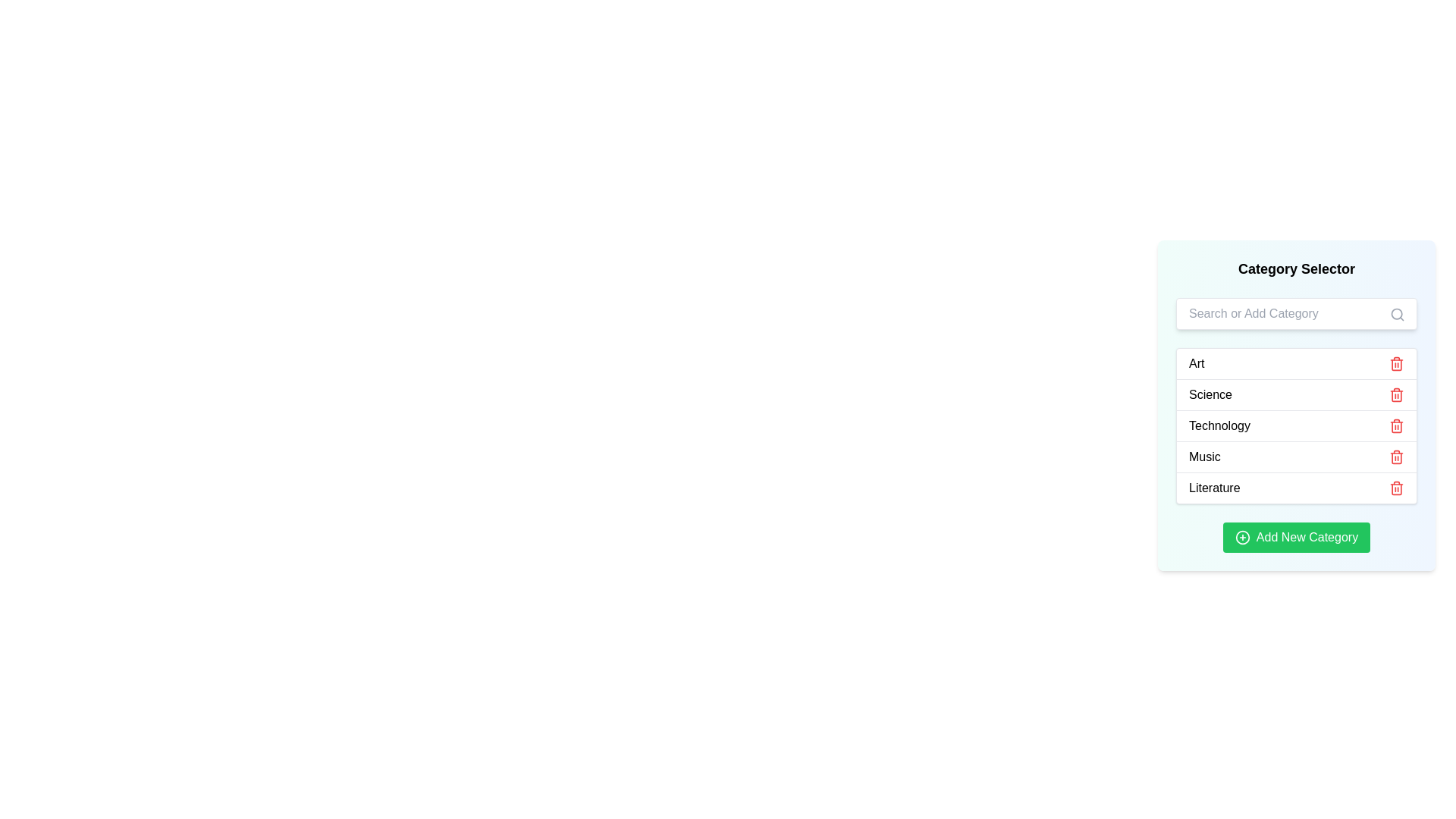  What do you see at coordinates (1203, 456) in the screenshot?
I see `the 'Music' label in bold black font, located in the fourth row of the category list, between 'Technology' and 'Literature'` at bounding box center [1203, 456].